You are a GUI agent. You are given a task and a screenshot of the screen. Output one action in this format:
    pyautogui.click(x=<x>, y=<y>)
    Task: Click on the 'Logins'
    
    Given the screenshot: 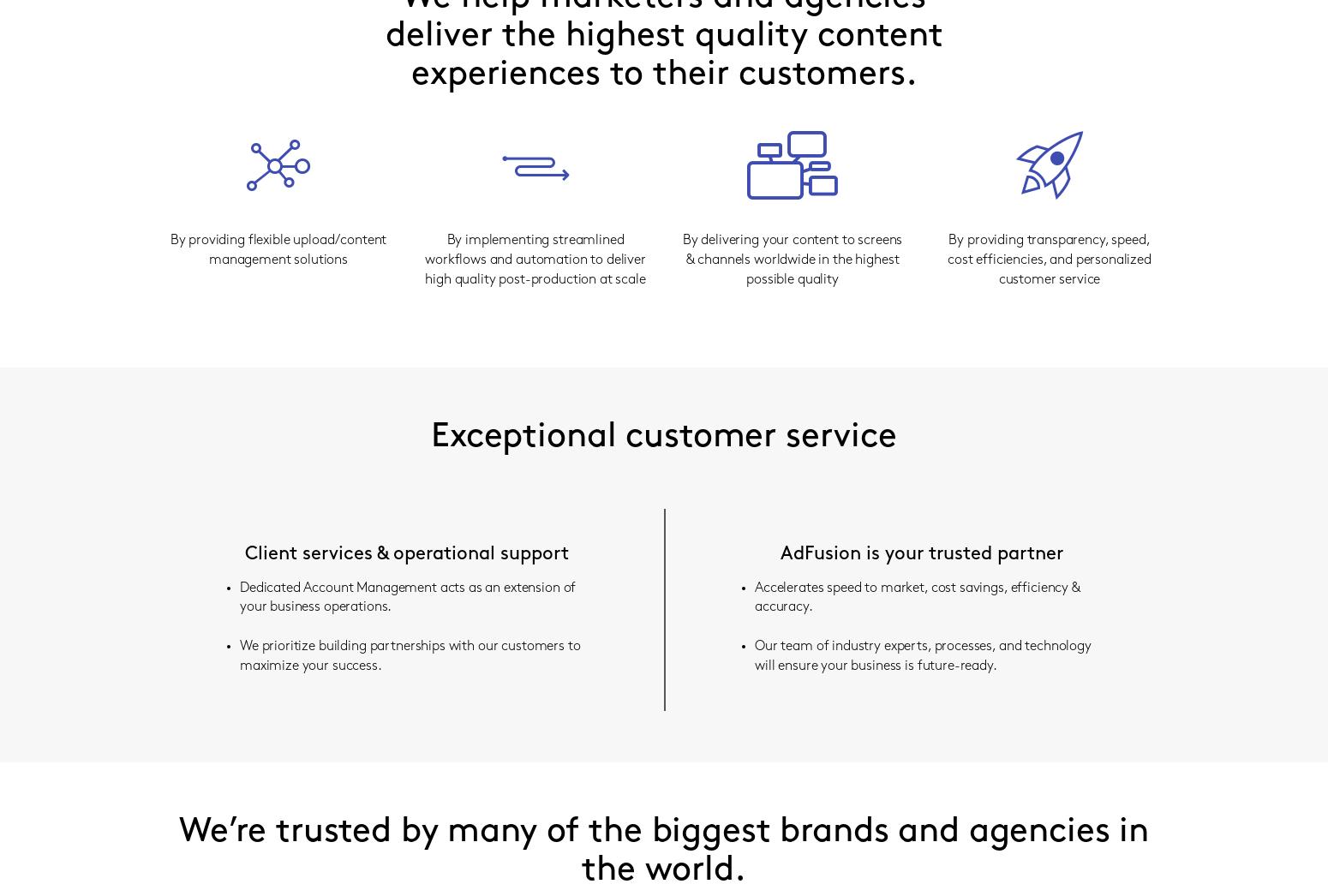 What is the action you would take?
    pyautogui.click(x=970, y=591)
    